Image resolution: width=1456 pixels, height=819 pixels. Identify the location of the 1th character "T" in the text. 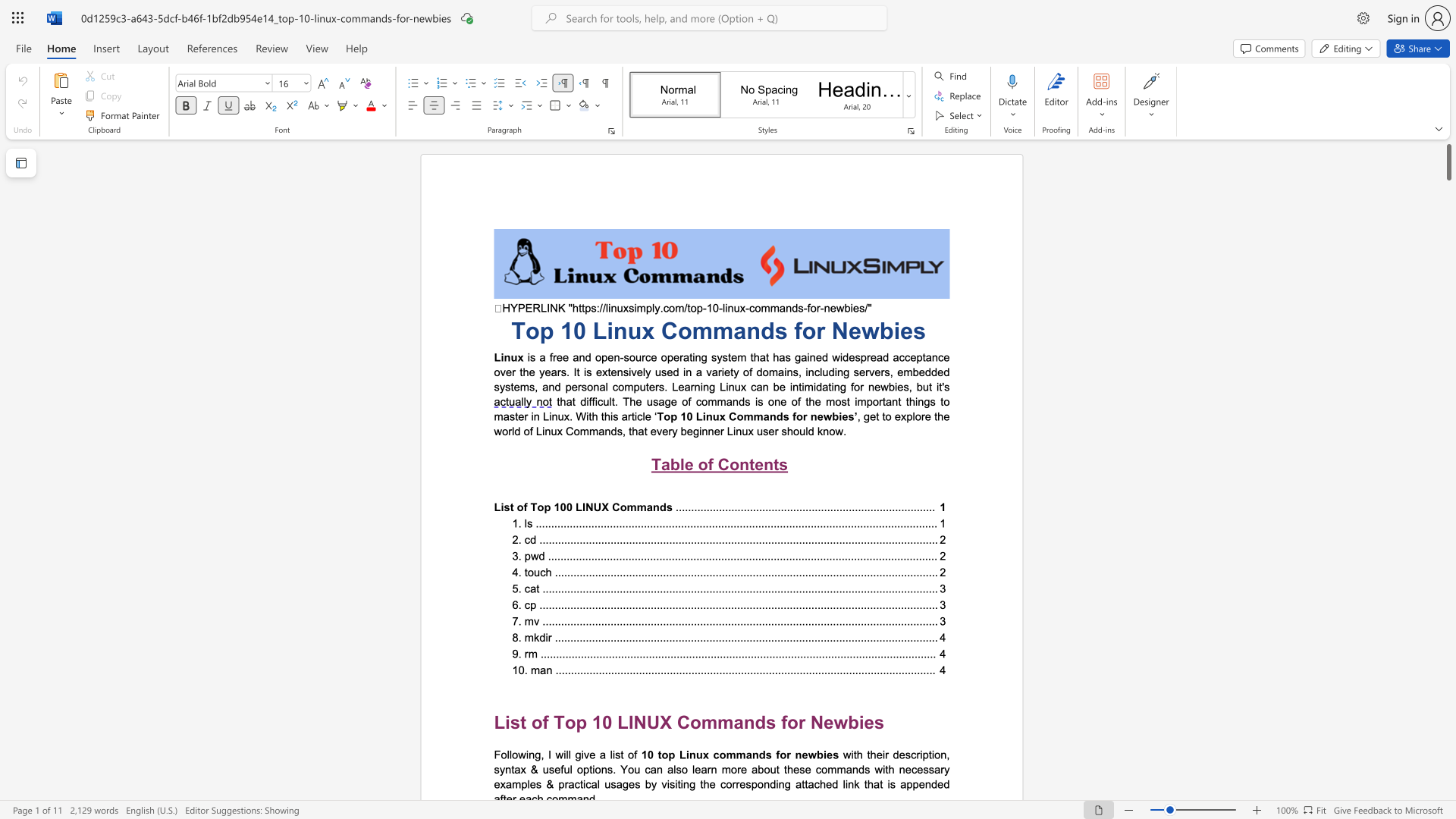
(558, 721).